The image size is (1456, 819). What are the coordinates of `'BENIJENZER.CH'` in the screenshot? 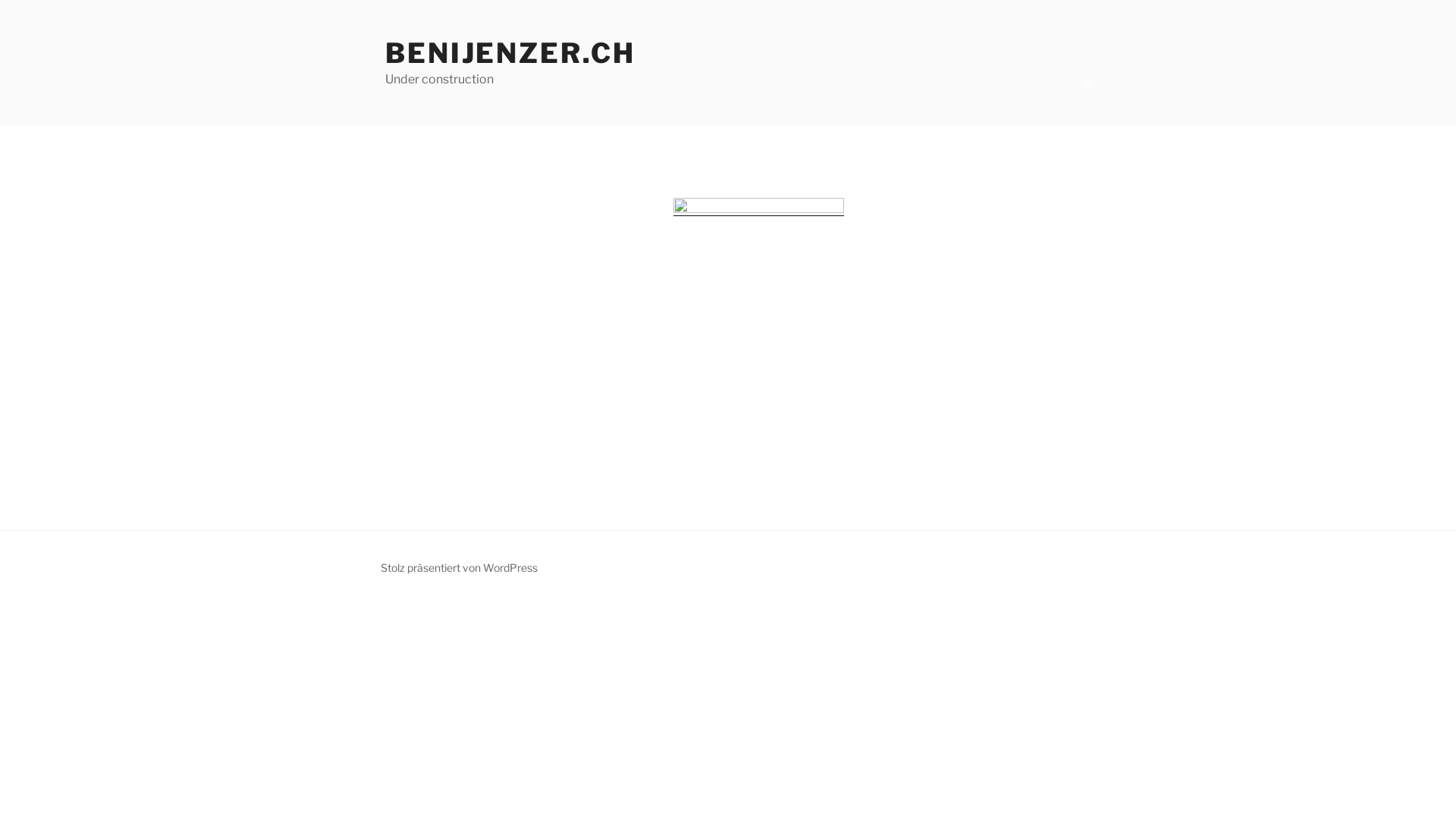 It's located at (510, 52).